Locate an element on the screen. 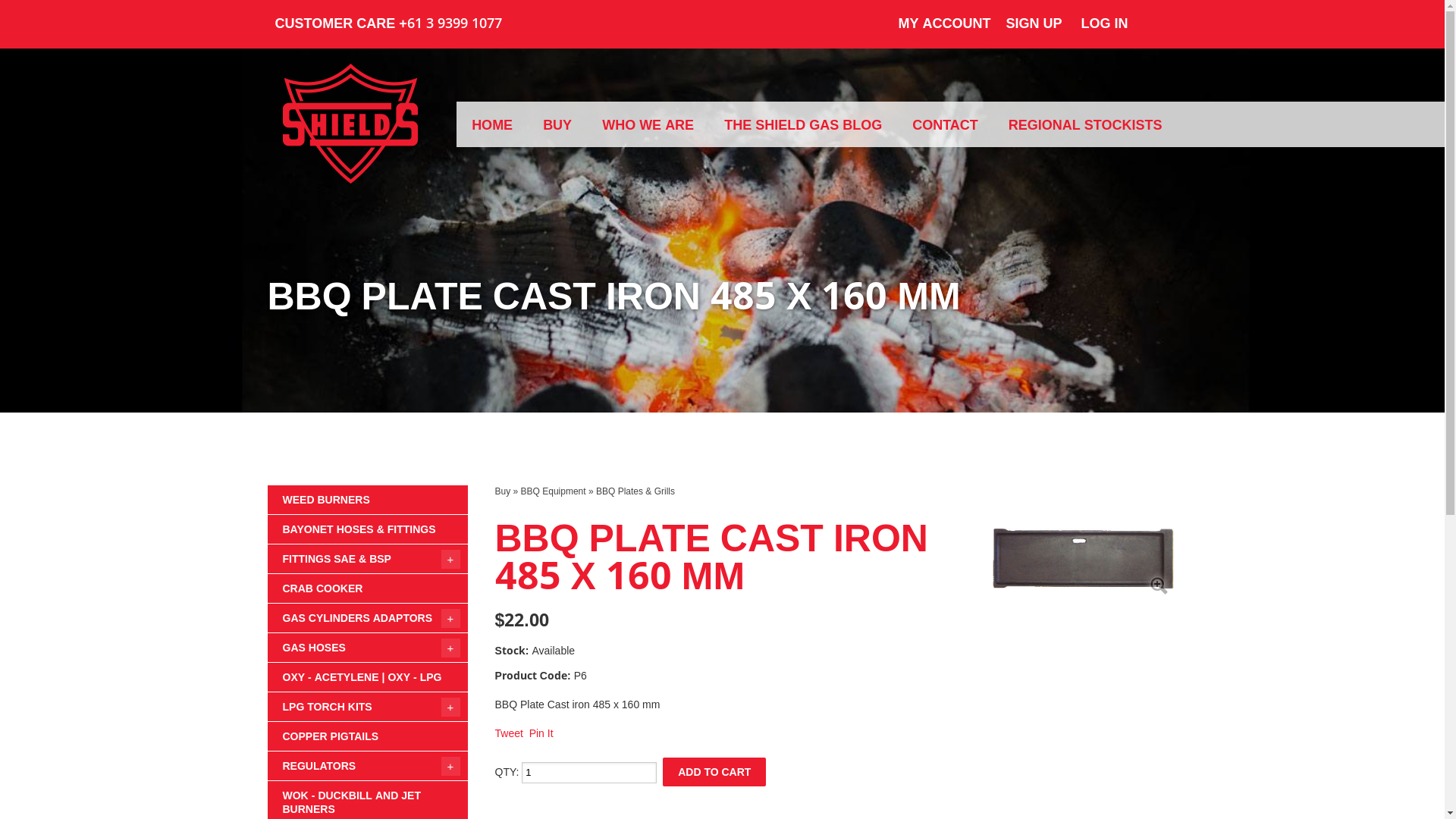 This screenshot has height=819, width=1456. 'LPG TORCH KITS' is located at coordinates (367, 707).